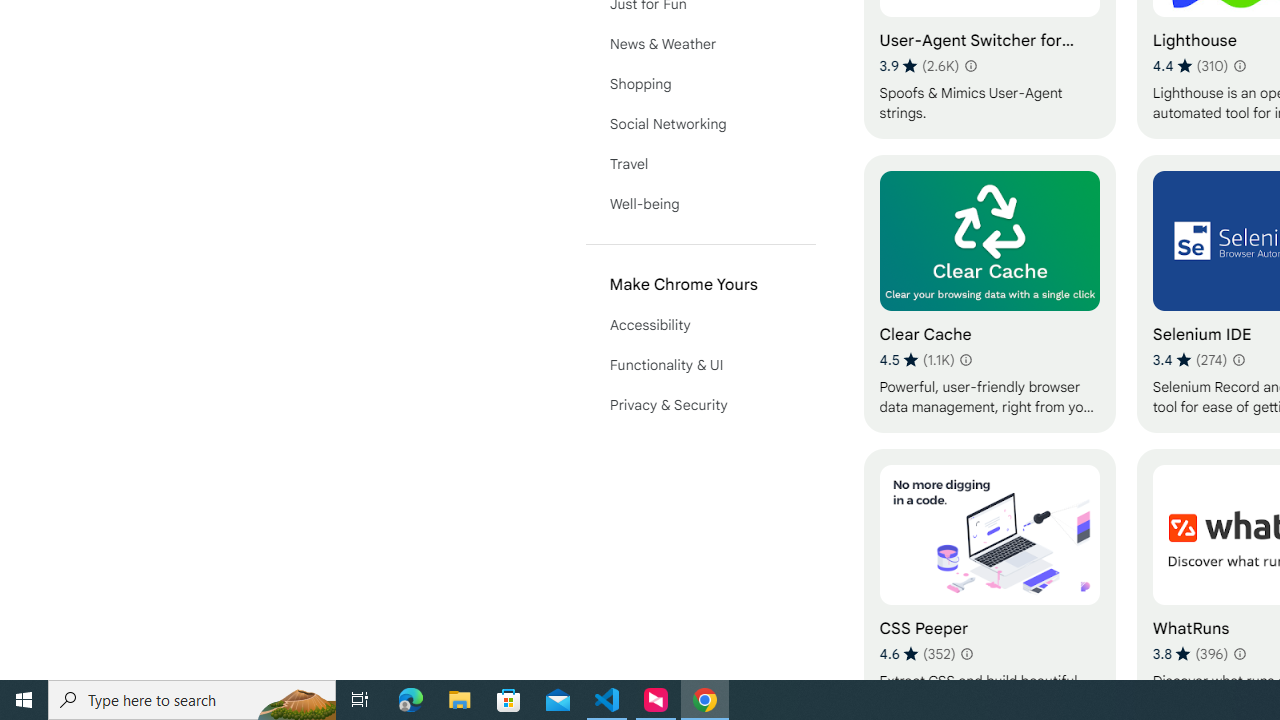 This screenshot has height=720, width=1280. Describe the element at coordinates (989, 293) in the screenshot. I see `'Clear Cache'` at that location.